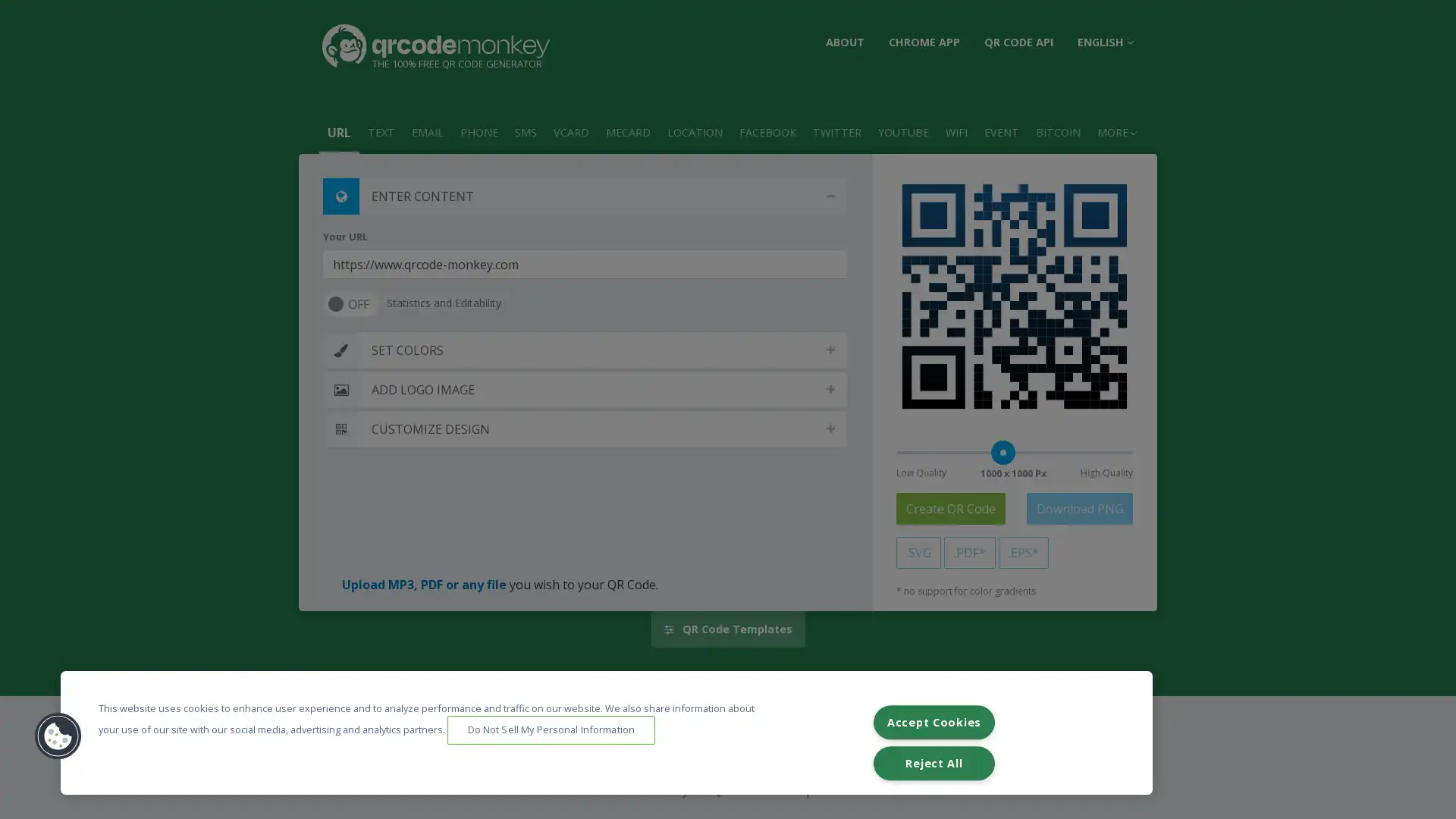 The image size is (1456, 819). I want to click on .PDF*, so click(968, 553).